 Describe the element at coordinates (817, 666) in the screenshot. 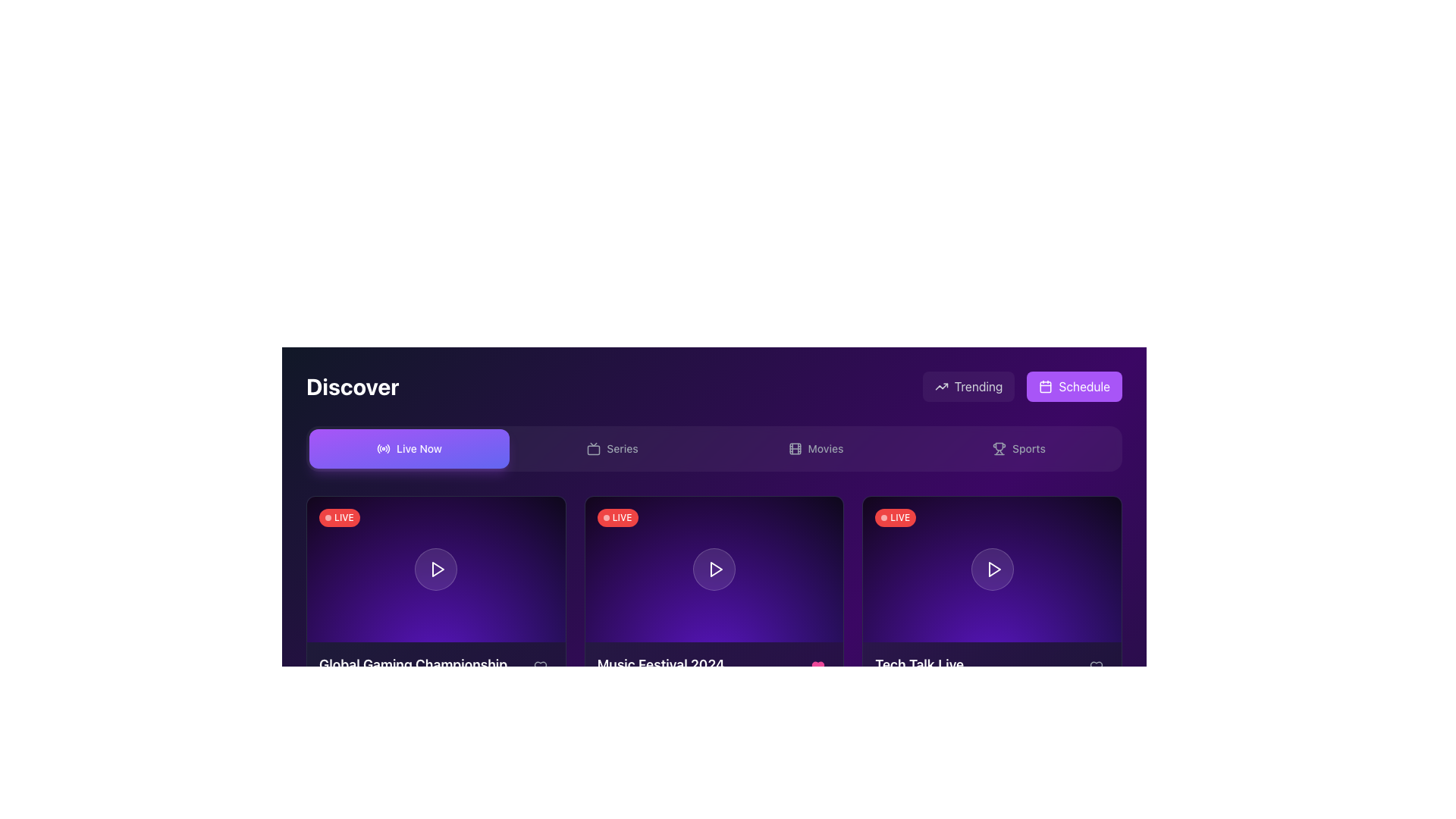

I see `the favorite button with a heart-shaped icon located under the 'Music Festival 2024' title` at that location.